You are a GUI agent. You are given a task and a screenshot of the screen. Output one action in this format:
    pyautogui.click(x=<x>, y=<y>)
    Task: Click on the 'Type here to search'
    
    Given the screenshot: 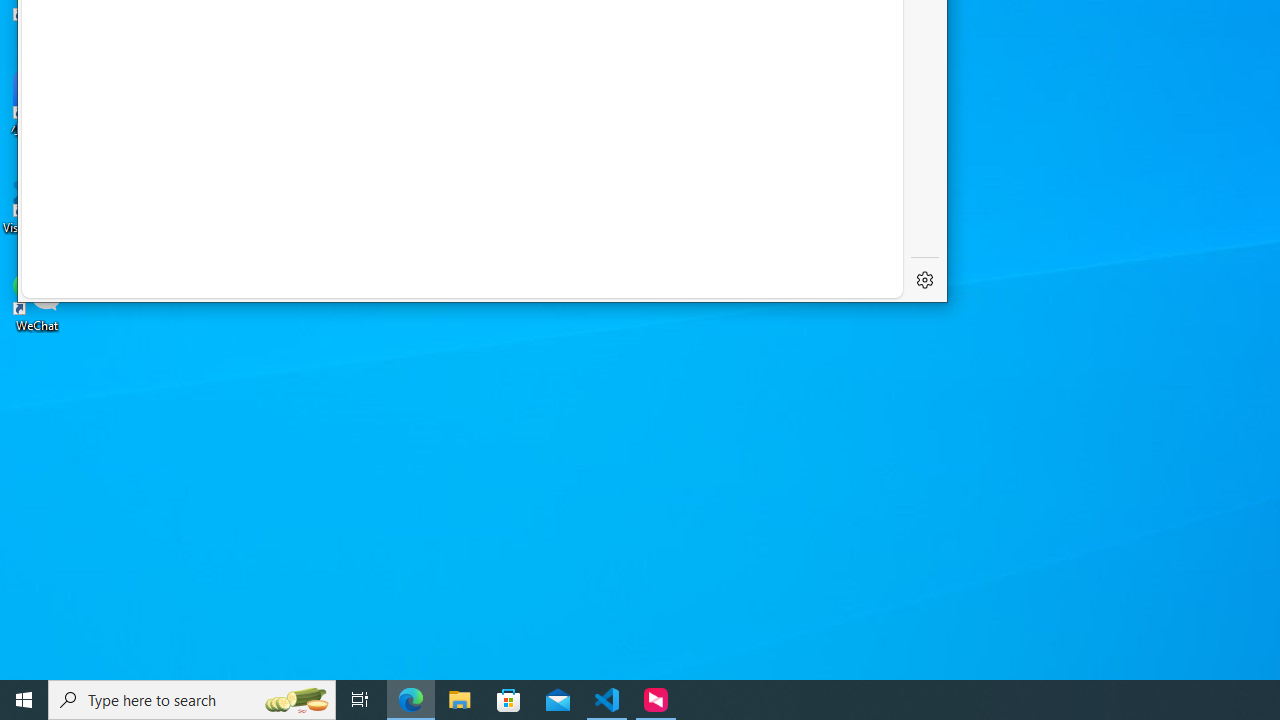 What is the action you would take?
    pyautogui.click(x=192, y=698)
    